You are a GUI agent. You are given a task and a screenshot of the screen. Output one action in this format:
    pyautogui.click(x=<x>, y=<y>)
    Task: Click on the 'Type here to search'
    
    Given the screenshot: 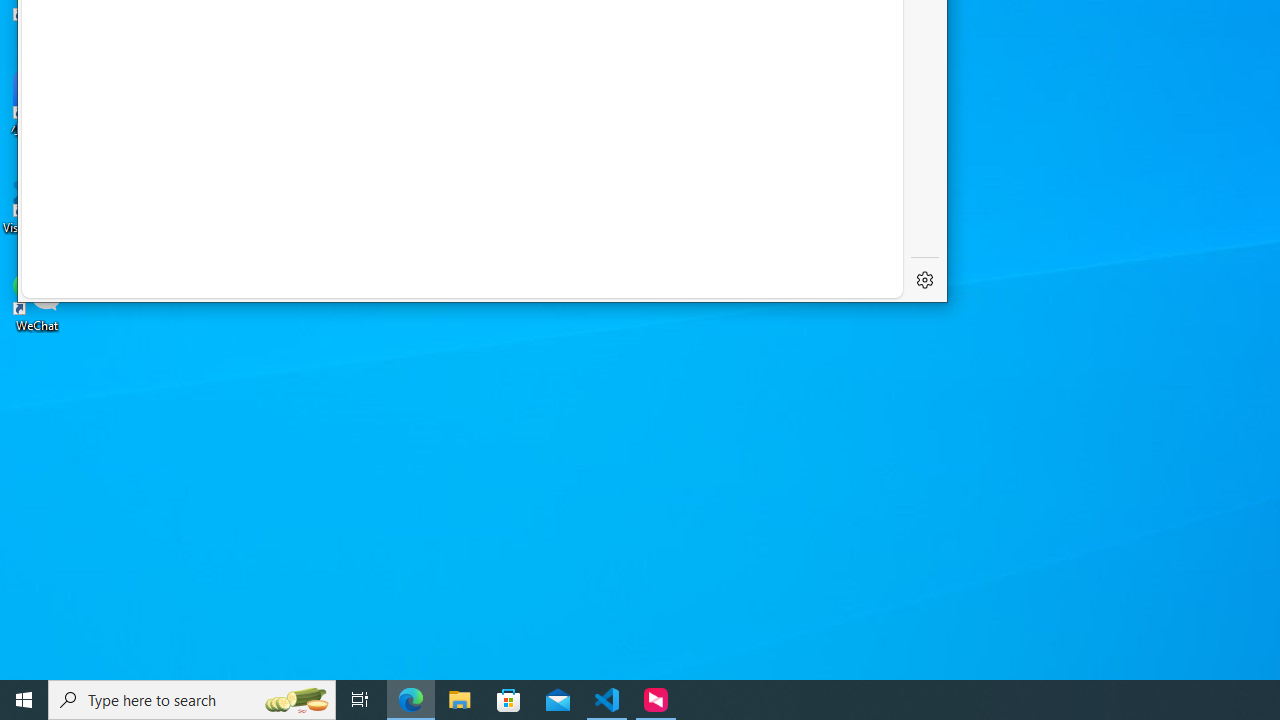 What is the action you would take?
    pyautogui.click(x=192, y=698)
    